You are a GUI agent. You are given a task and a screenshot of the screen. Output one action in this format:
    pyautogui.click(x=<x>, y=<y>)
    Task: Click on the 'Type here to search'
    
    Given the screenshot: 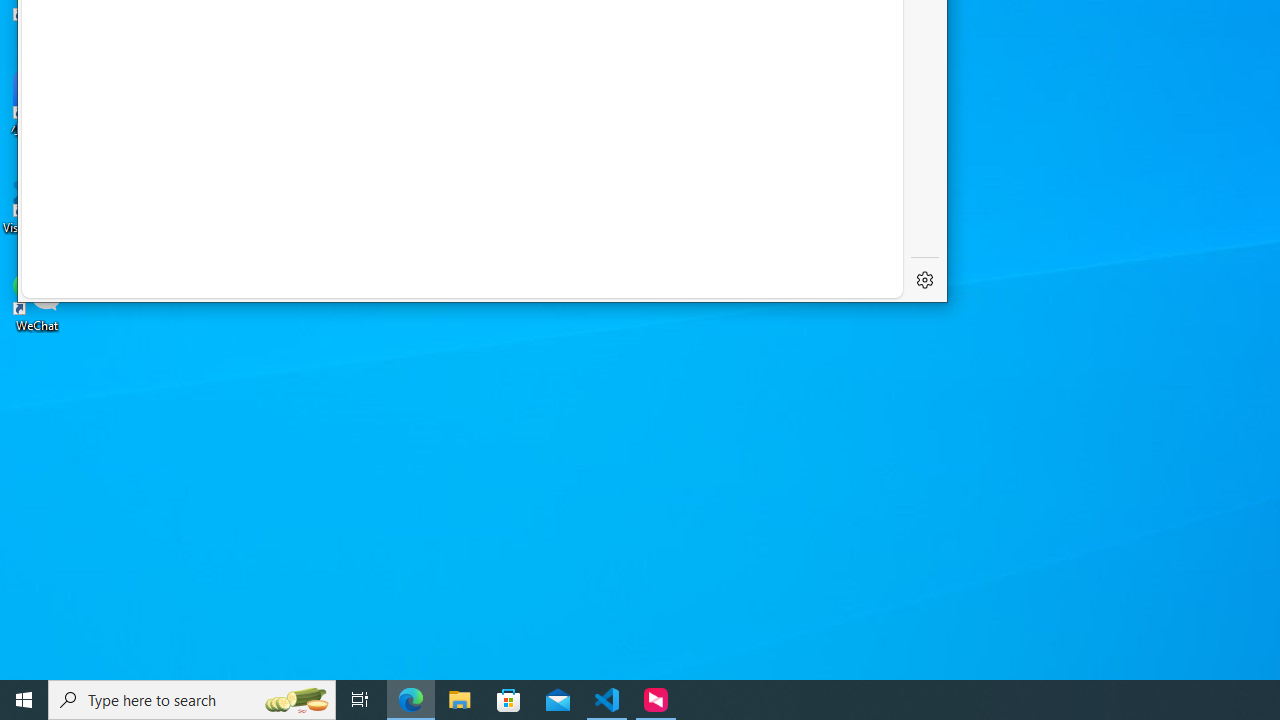 What is the action you would take?
    pyautogui.click(x=192, y=698)
    